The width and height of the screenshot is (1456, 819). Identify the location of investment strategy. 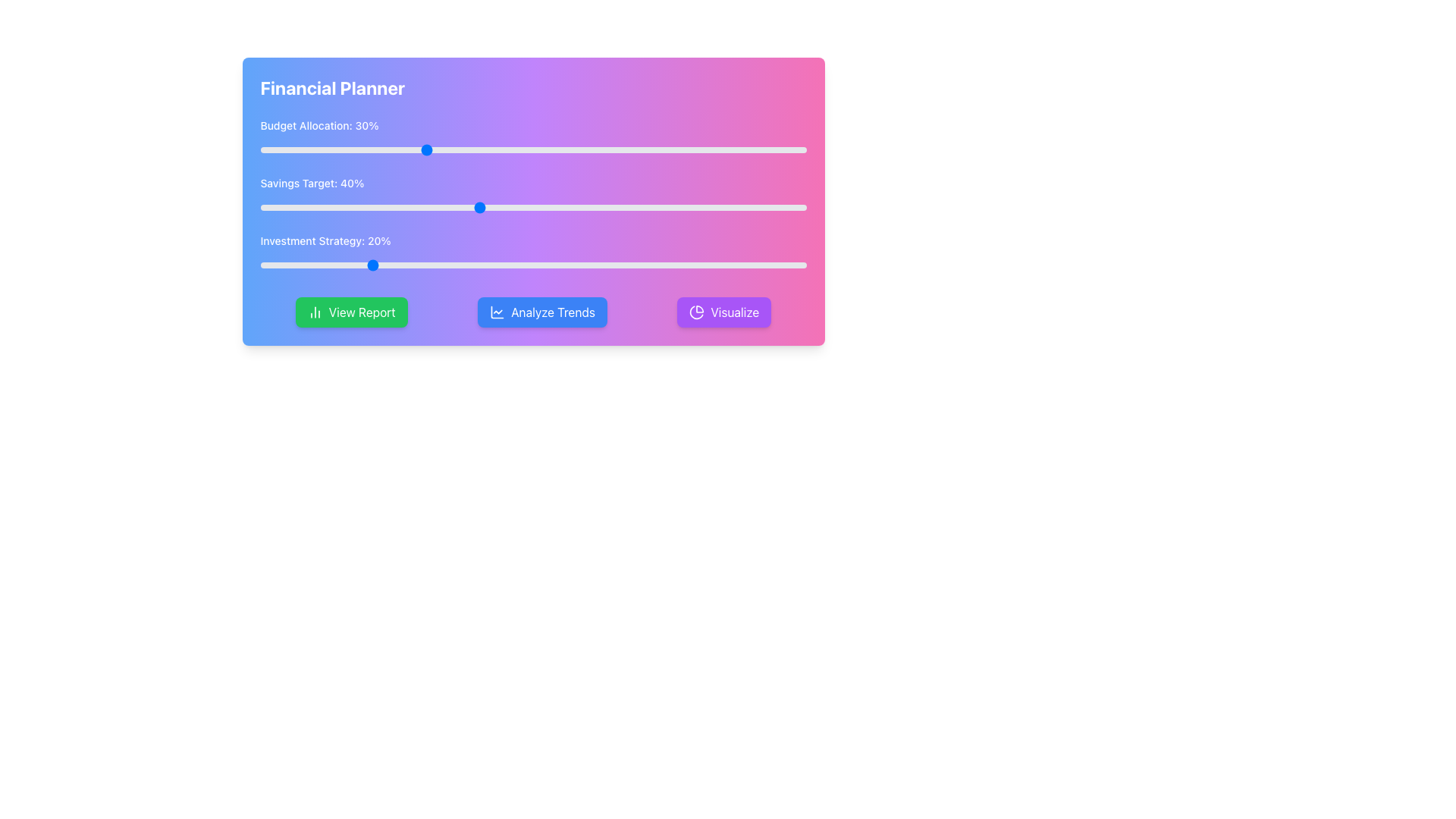
(402, 265).